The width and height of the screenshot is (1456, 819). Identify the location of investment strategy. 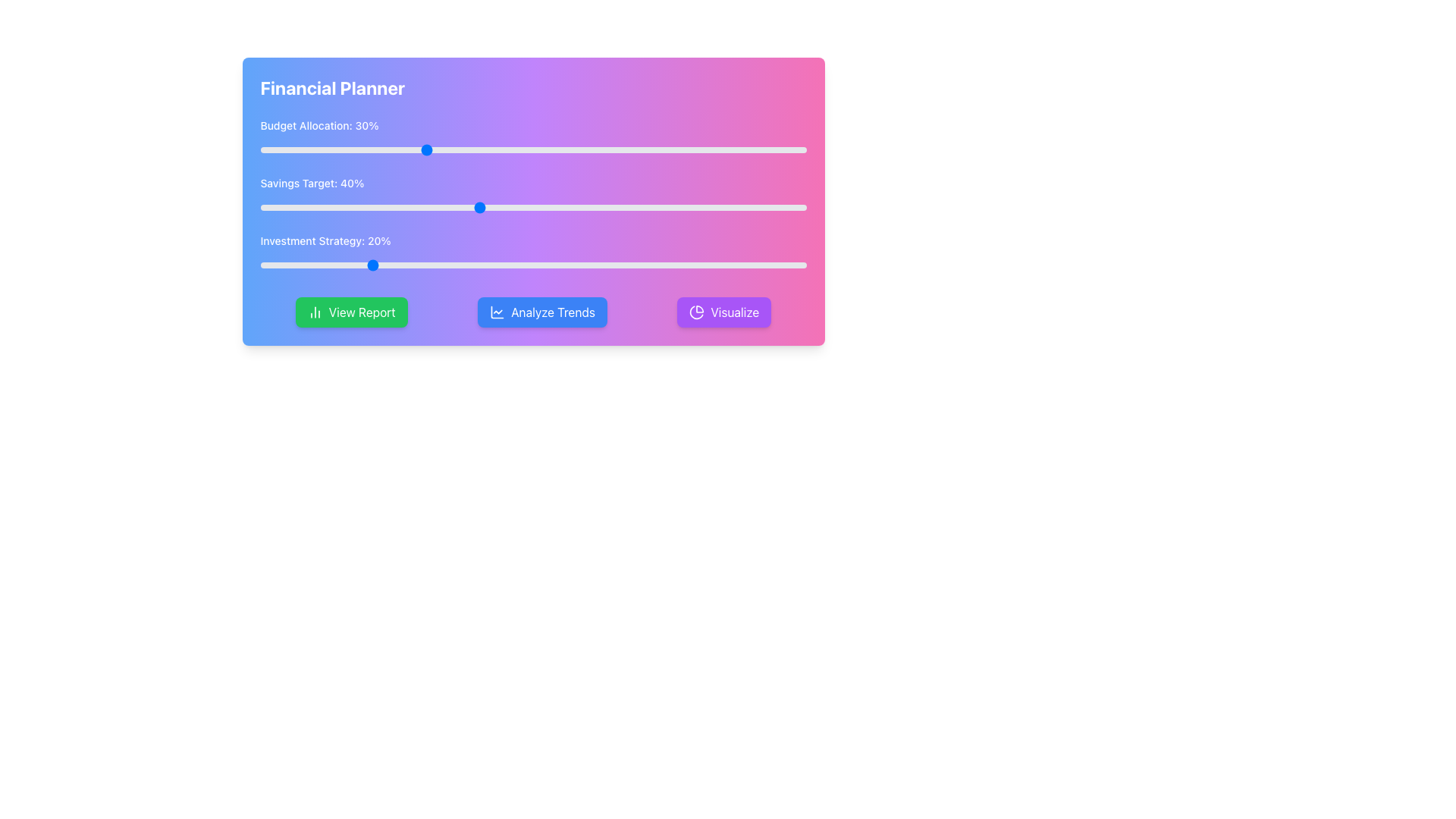
(402, 265).